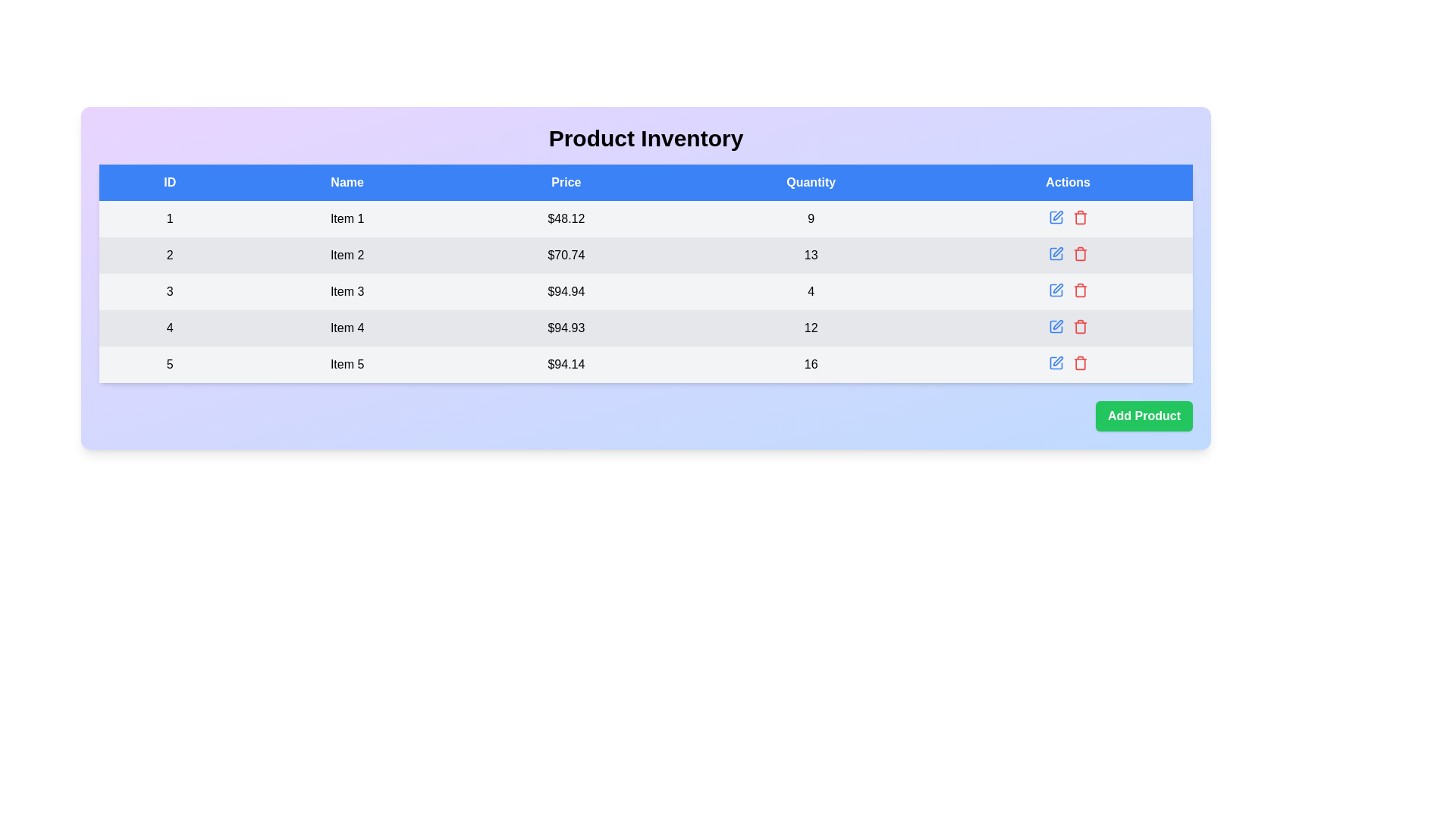  Describe the element at coordinates (565, 327) in the screenshot. I see `the price label for 'Item 4' located in the fourth row of the table under the 'Price' column` at that location.